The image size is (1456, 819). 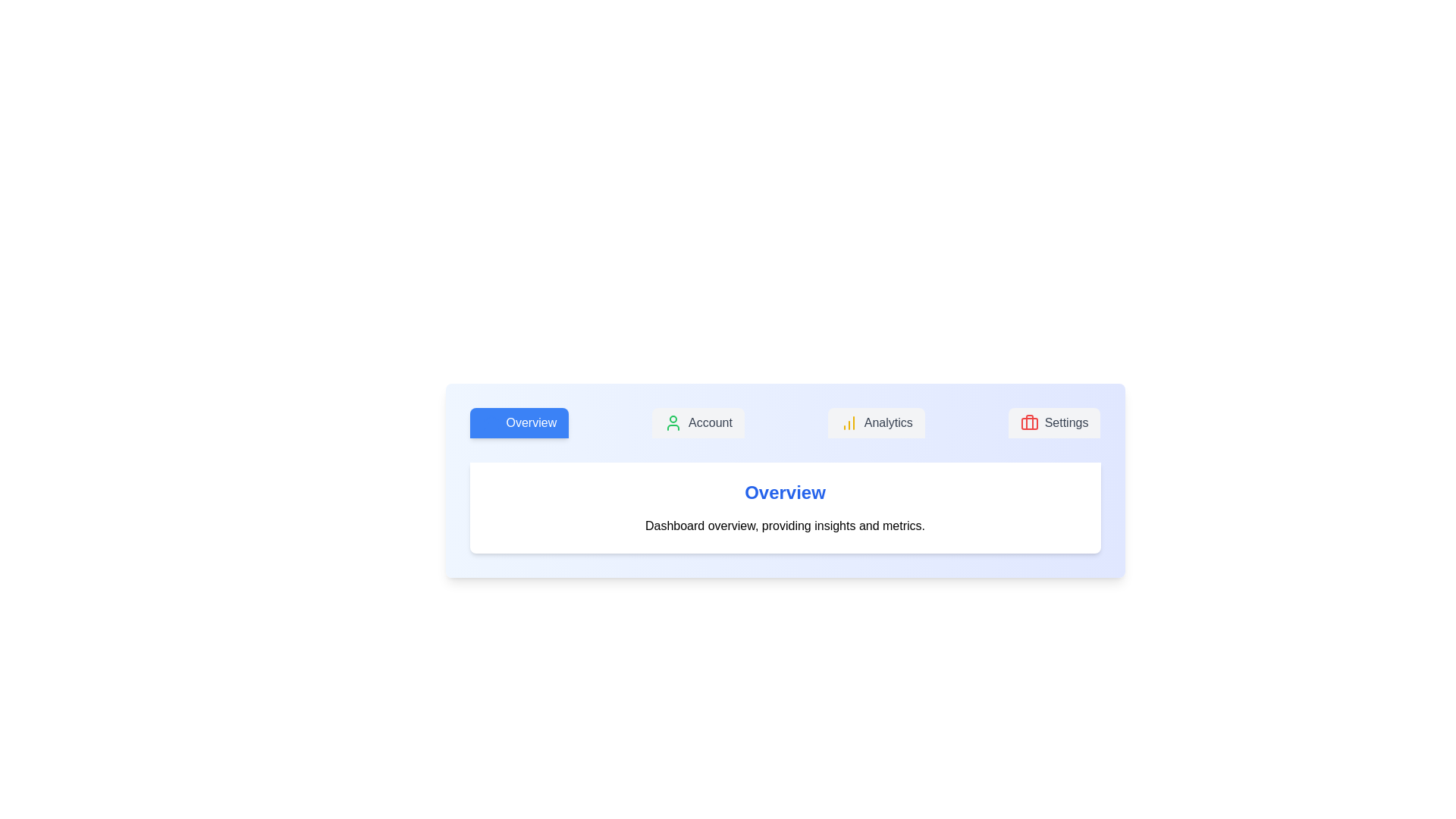 I want to click on the tab labeled Settings, so click(x=1053, y=423).